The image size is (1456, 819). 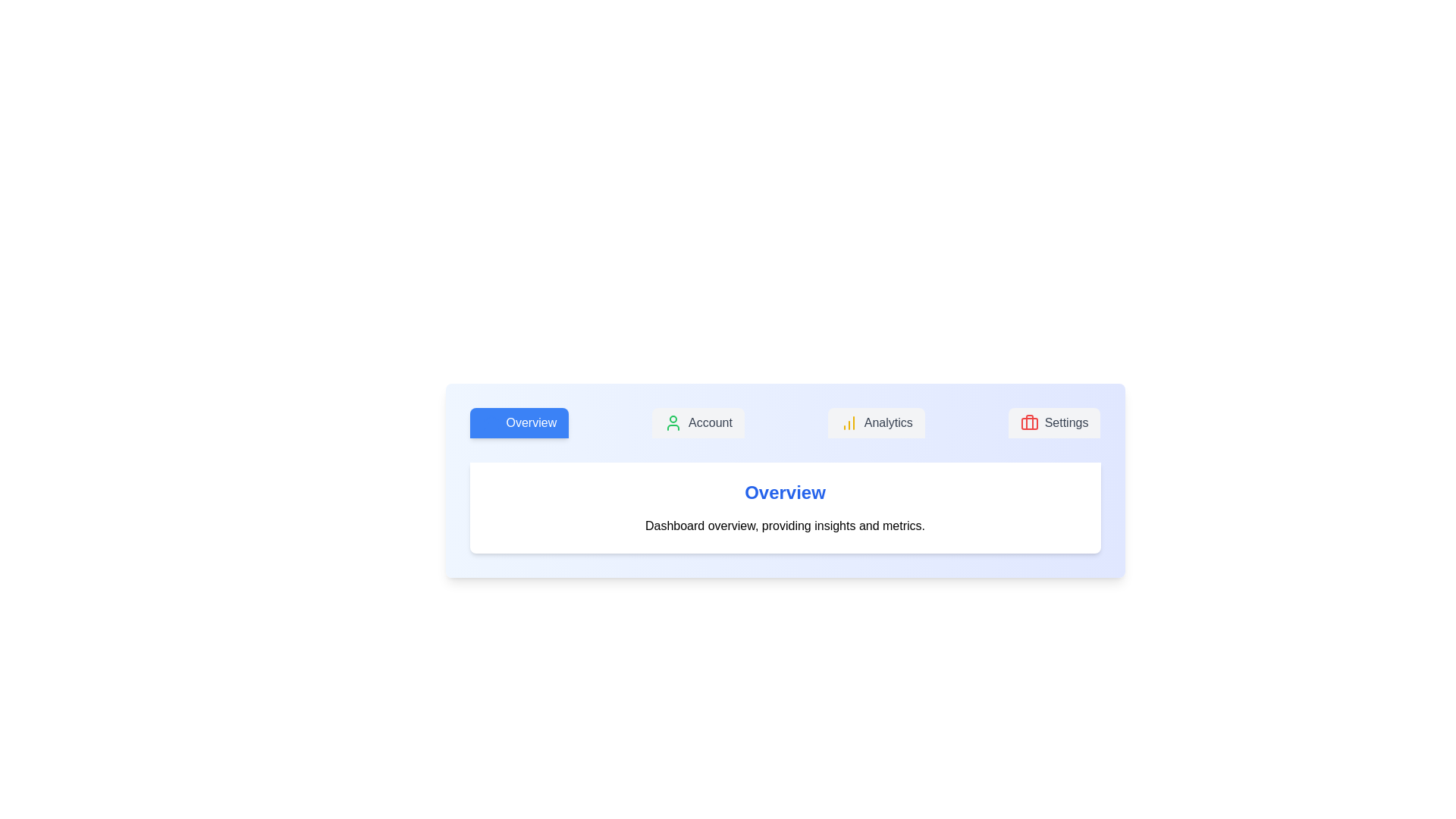 I want to click on the tab labeled Settings, so click(x=1053, y=423).